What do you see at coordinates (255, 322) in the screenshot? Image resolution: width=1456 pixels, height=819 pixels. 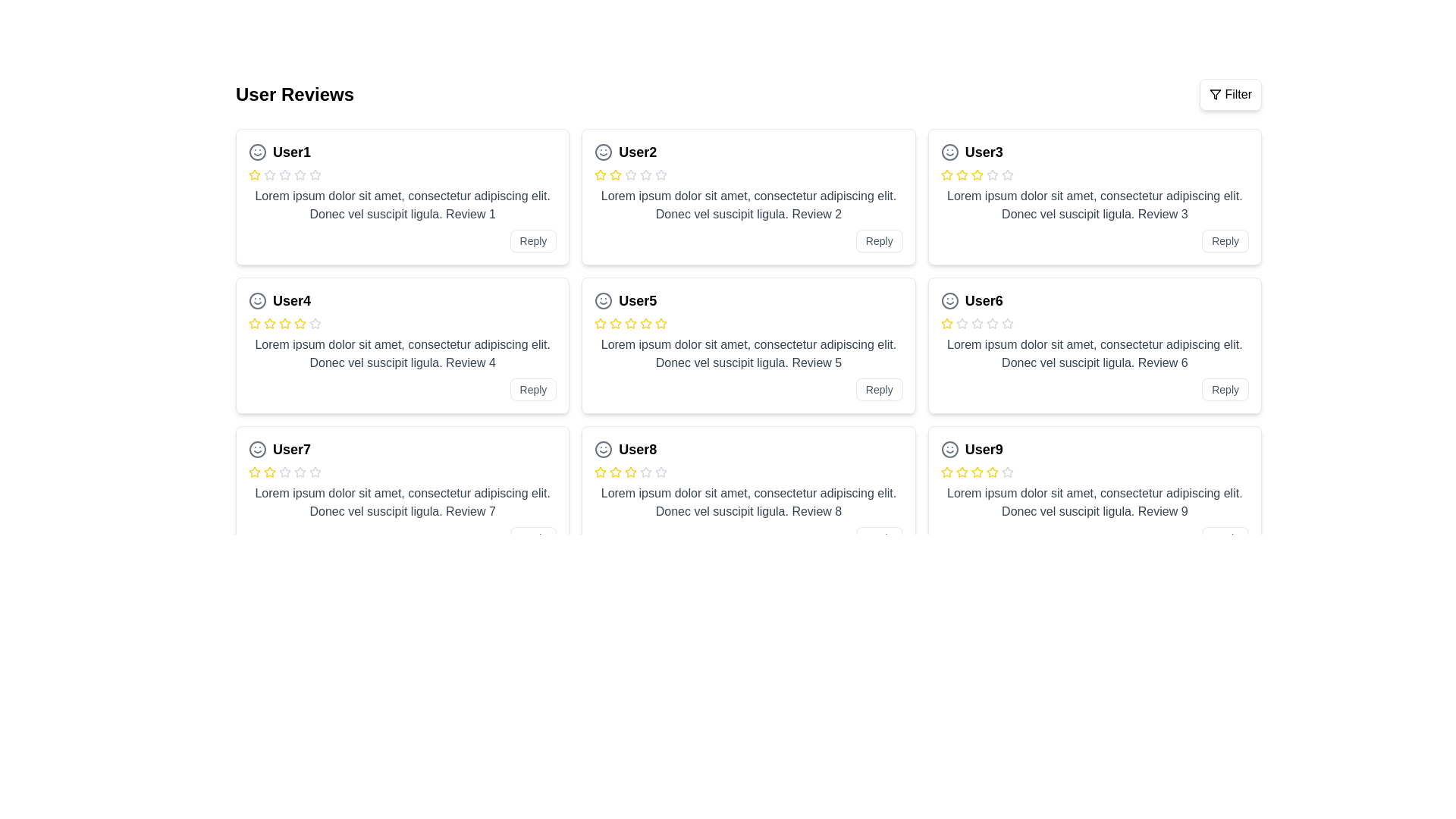 I see `the second star icon in the rating system for User4's review, which represents the second rating level in a scale of five` at bounding box center [255, 322].